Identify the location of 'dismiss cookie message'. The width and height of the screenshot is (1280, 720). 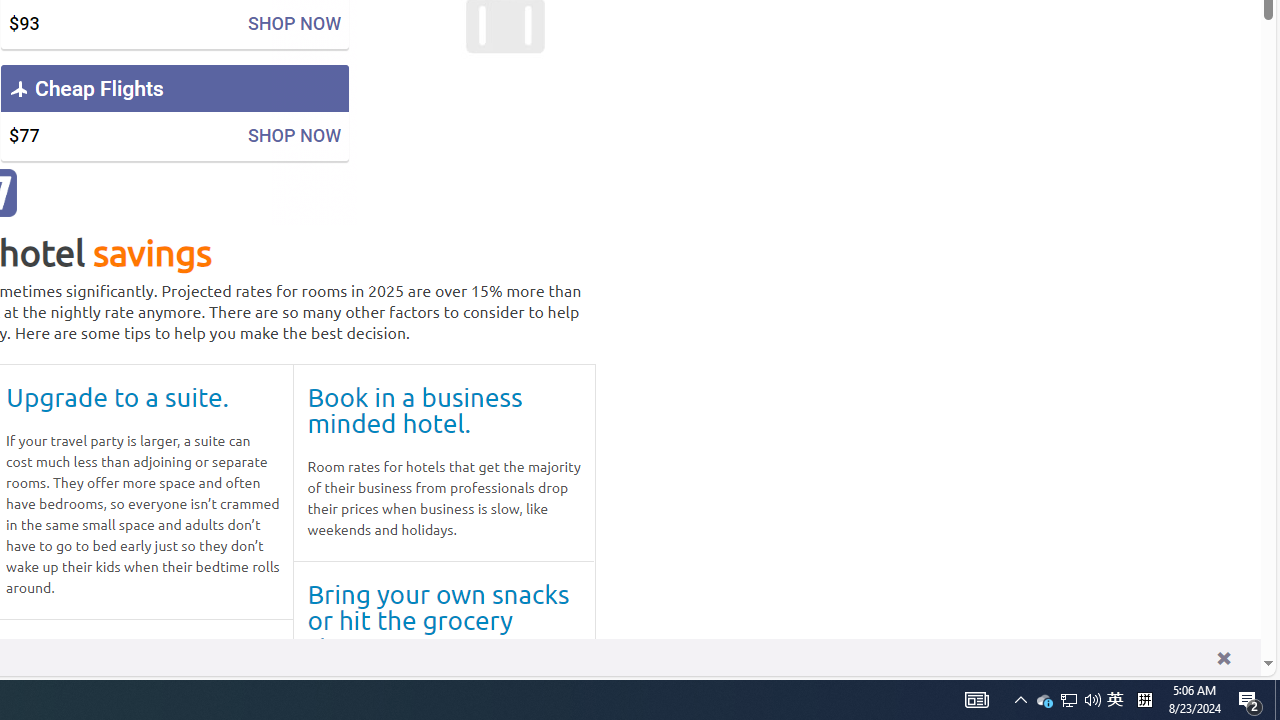
(1222, 657).